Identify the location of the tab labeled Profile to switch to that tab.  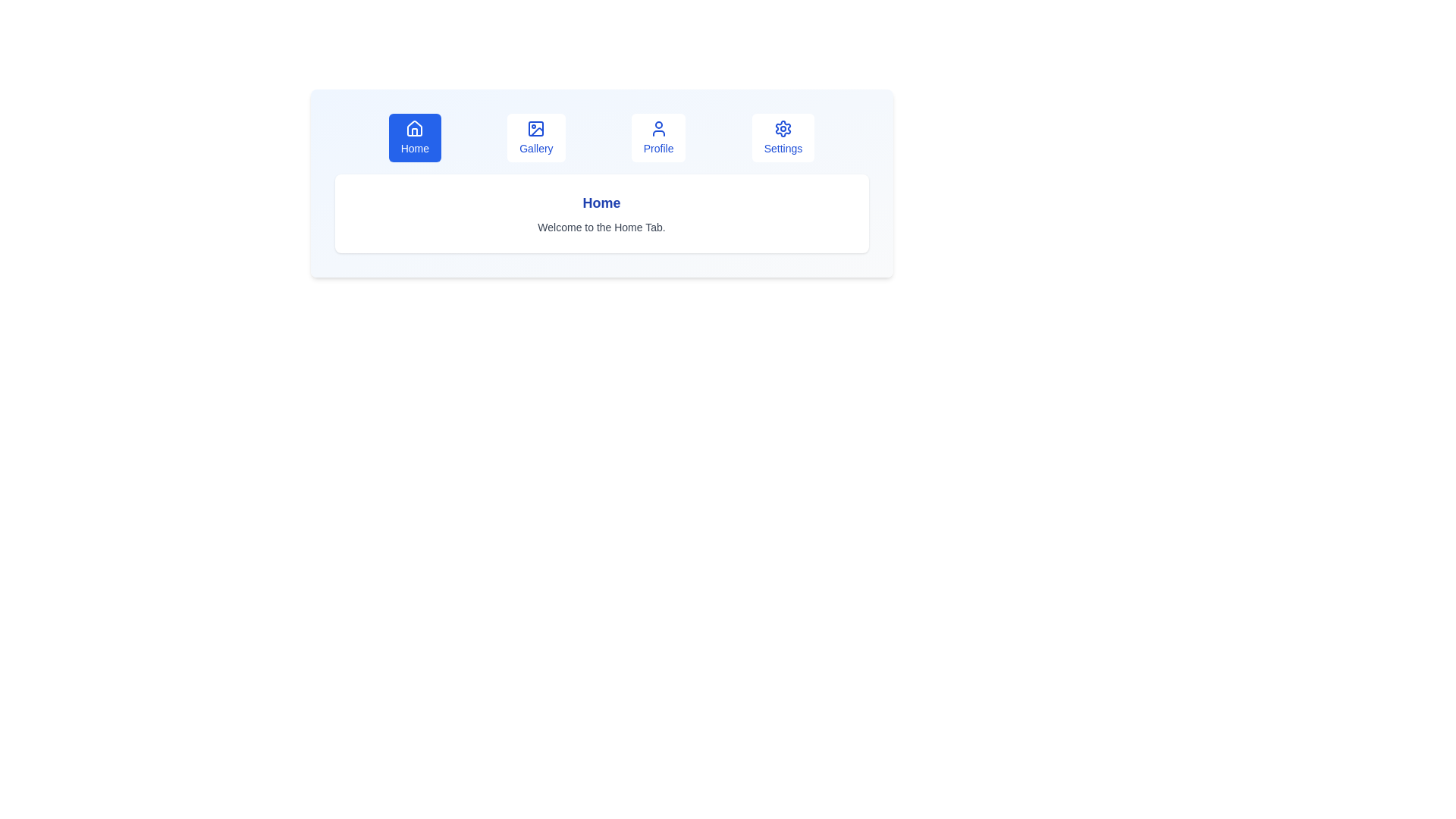
(658, 137).